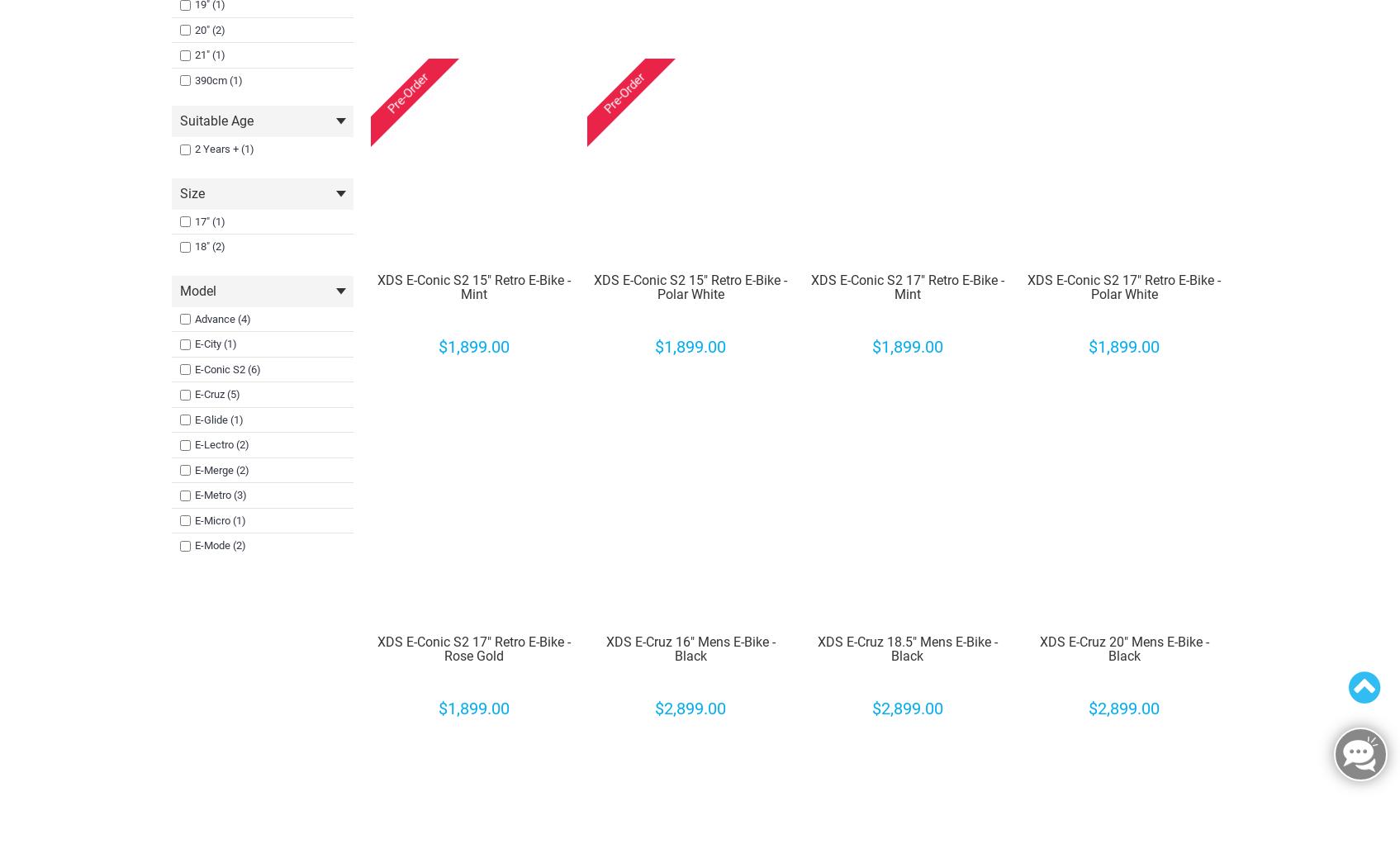 Image resolution: width=1400 pixels, height=858 pixels. Describe the element at coordinates (220, 695) in the screenshot. I see `'E-Street (5)'` at that location.